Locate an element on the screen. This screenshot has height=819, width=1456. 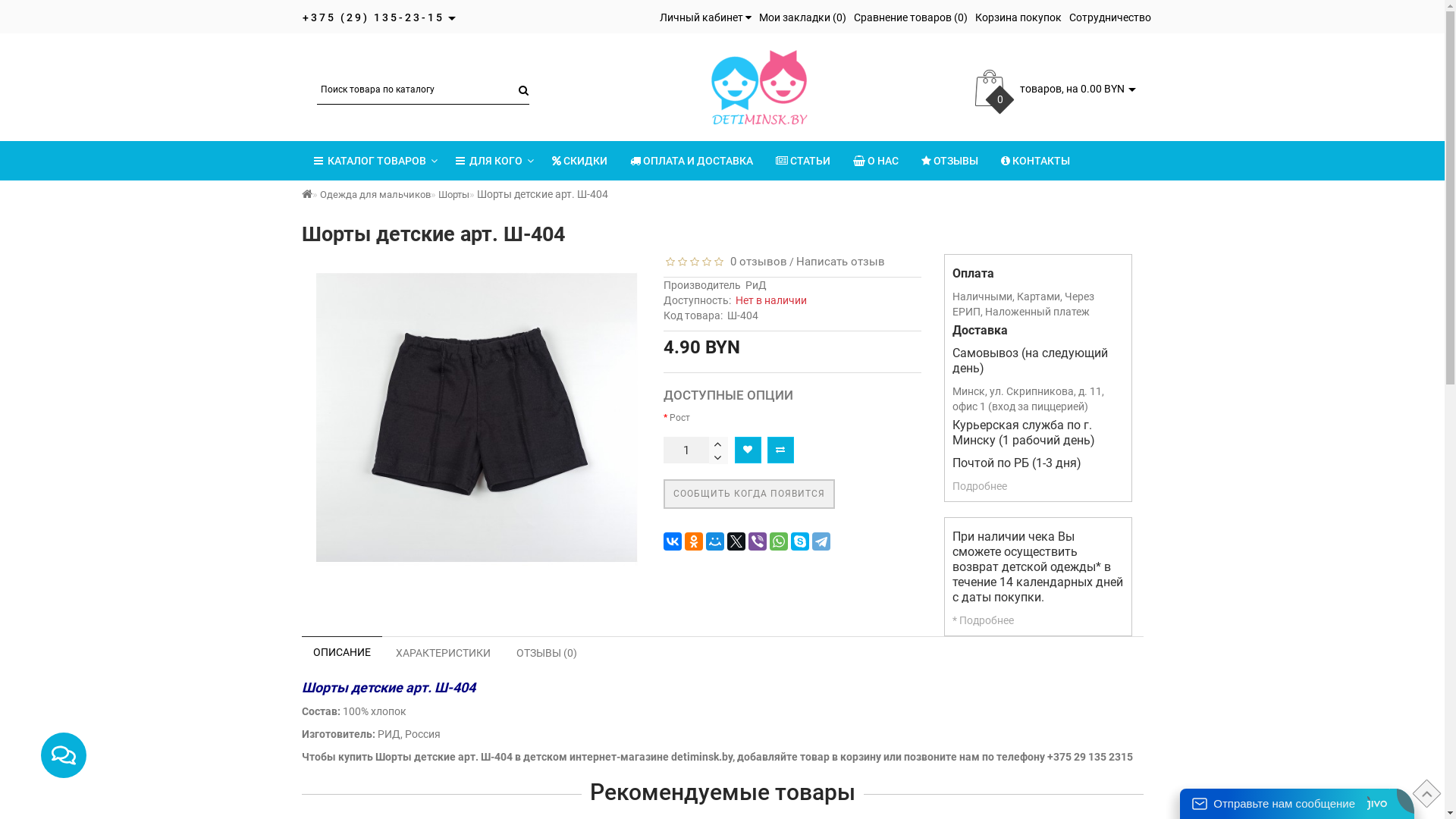
'cart' is located at coordinates (990, 87).